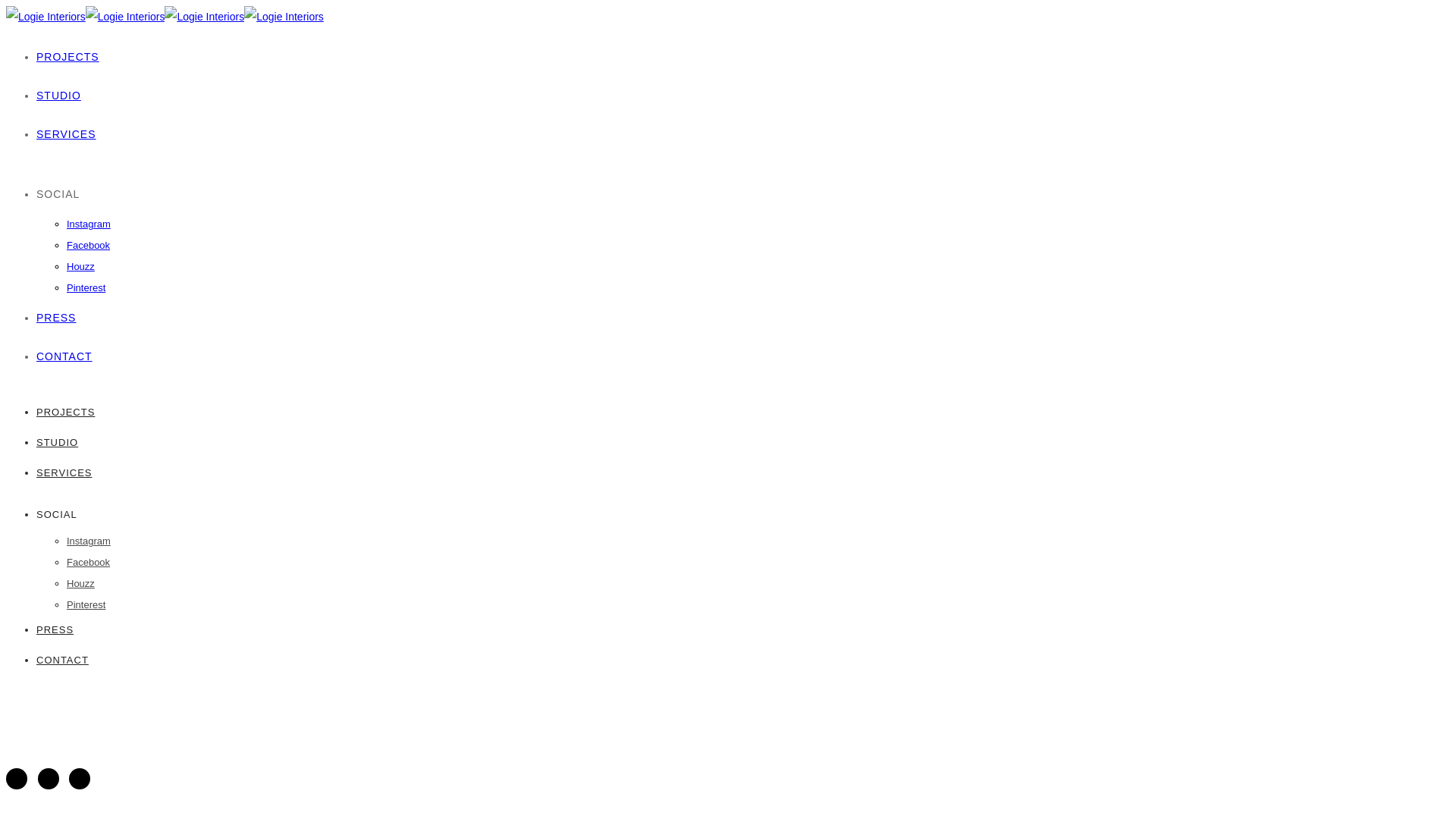 The height and width of the screenshot is (819, 1456). I want to click on 'PROJECTS', so click(36, 412).